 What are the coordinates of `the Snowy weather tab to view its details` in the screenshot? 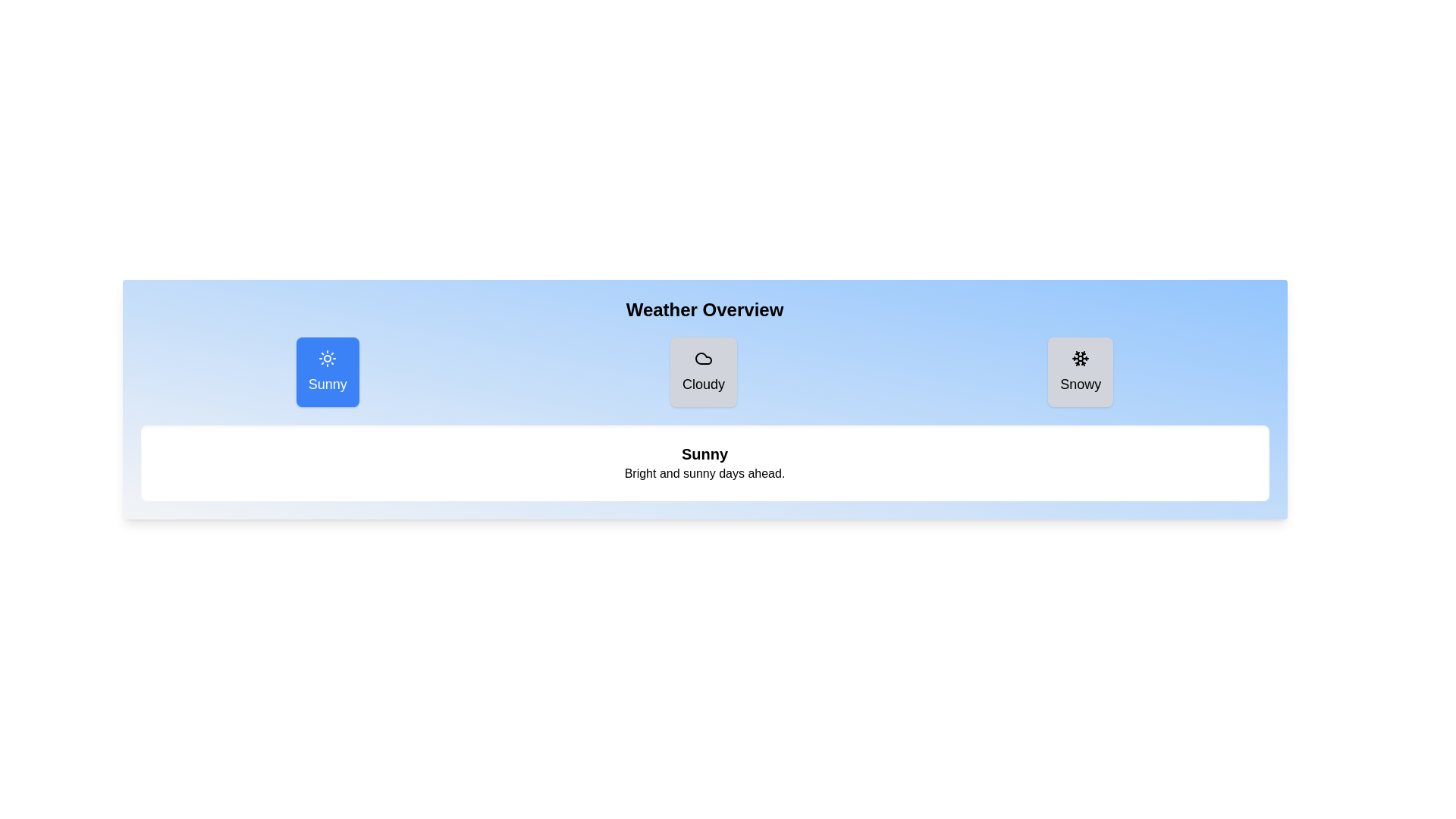 It's located at (1080, 372).